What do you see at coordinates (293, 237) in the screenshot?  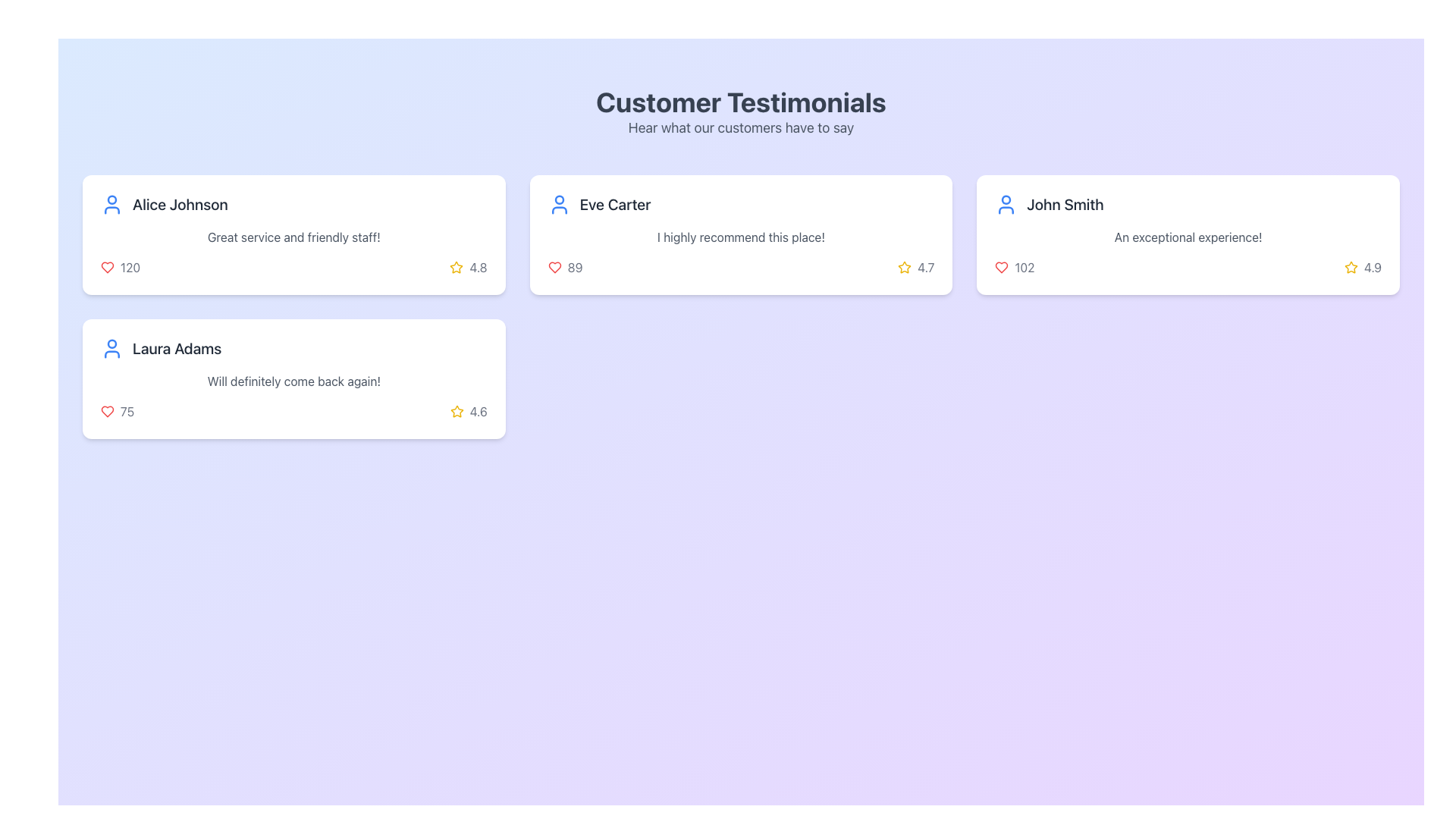 I see `the user testimonial text block located below 'Alice Johnson' and above the heart and star icons` at bounding box center [293, 237].